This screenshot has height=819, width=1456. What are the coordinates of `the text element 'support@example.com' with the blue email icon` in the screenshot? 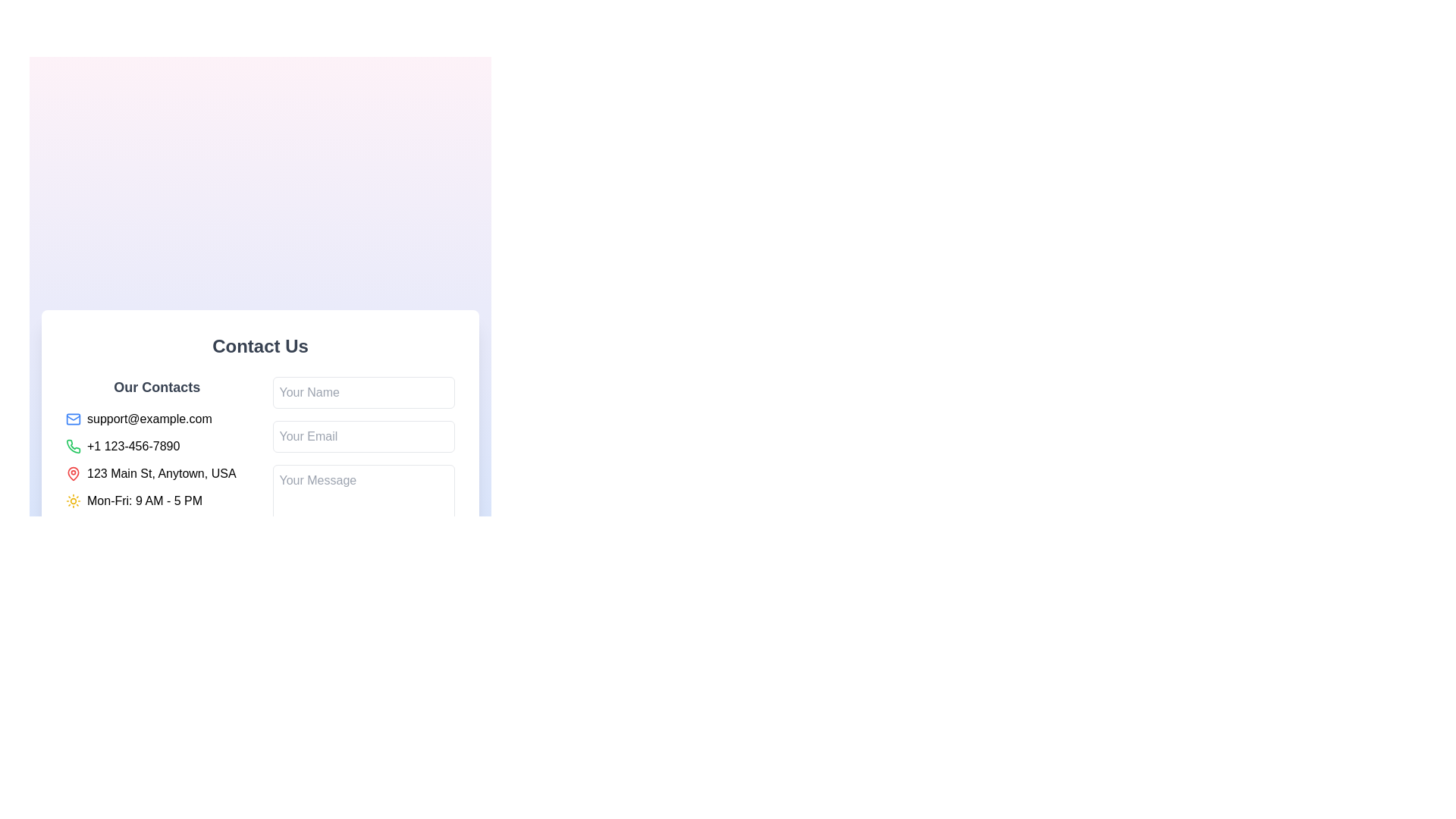 It's located at (157, 419).